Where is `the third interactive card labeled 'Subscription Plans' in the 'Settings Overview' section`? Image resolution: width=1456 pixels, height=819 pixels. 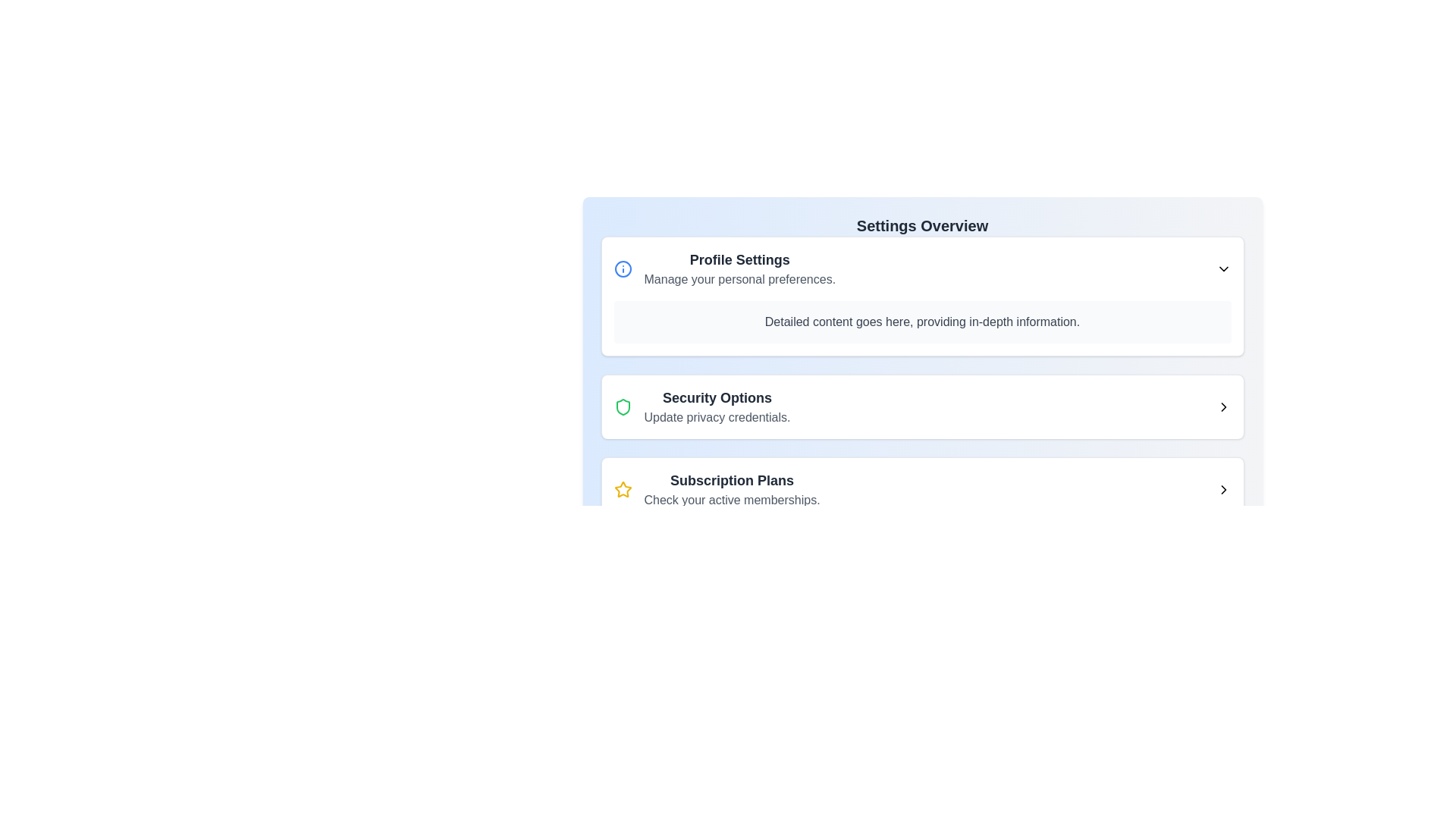 the third interactive card labeled 'Subscription Plans' in the 'Settings Overview' section is located at coordinates (921, 489).